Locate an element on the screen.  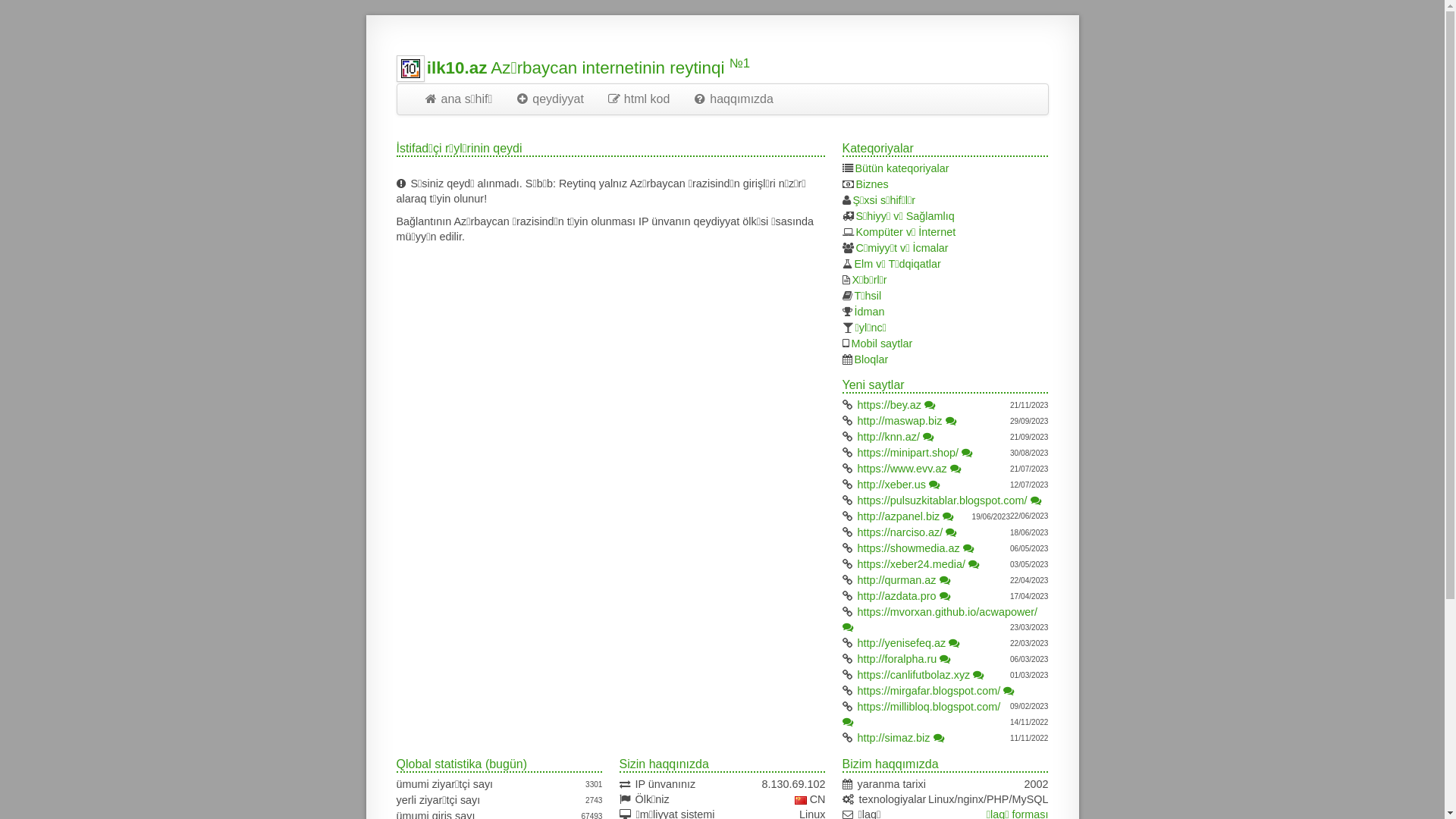
'https://canlifutbolaz.xyz' is located at coordinates (858, 674).